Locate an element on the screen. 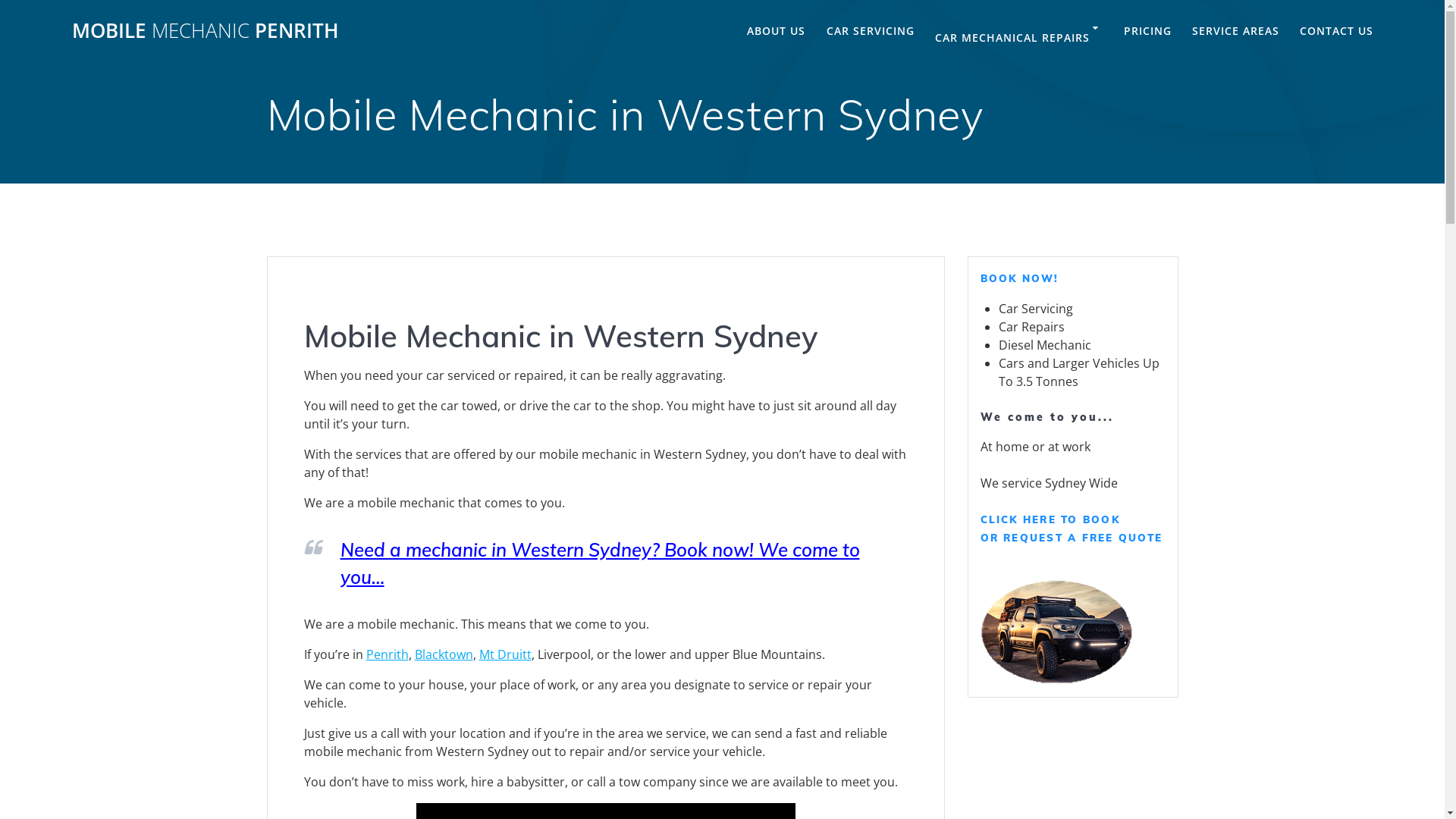 The width and height of the screenshot is (1456, 819). 'Penrith' is located at coordinates (386, 654).